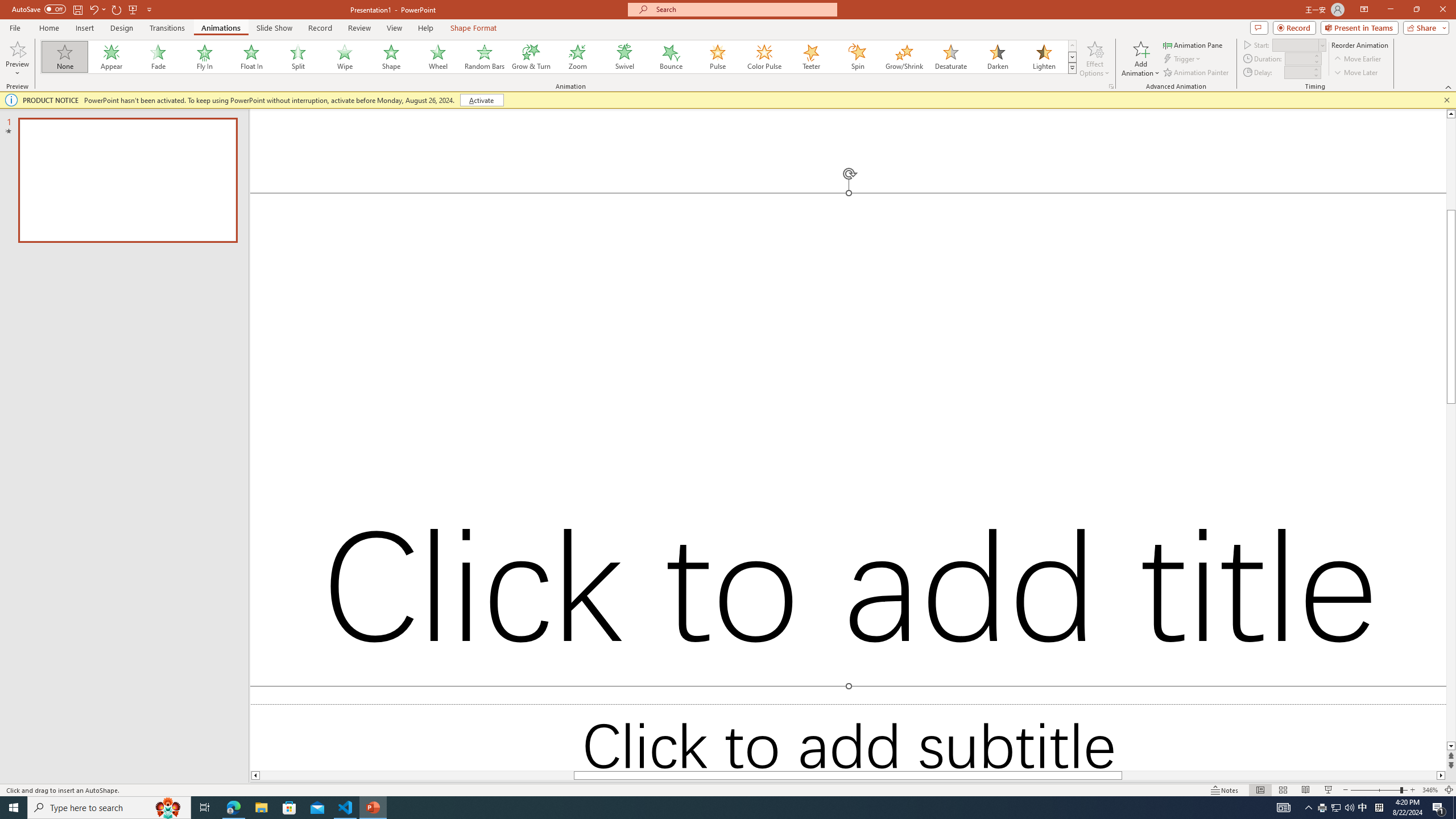 The image size is (1456, 819). What do you see at coordinates (950, 56) in the screenshot?
I see `'Desaturate'` at bounding box center [950, 56].